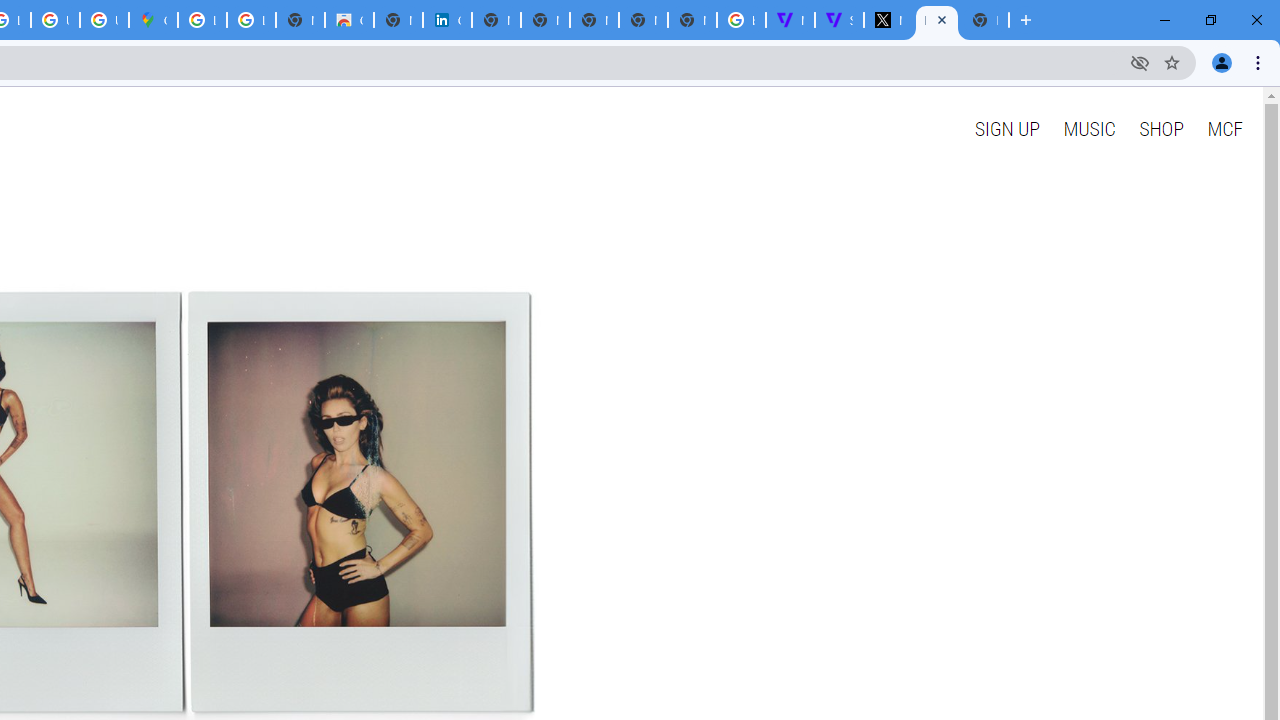 The width and height of the screenshot is (1280, 720). I want to click on 'SIGN UP', so click(1006, 128).